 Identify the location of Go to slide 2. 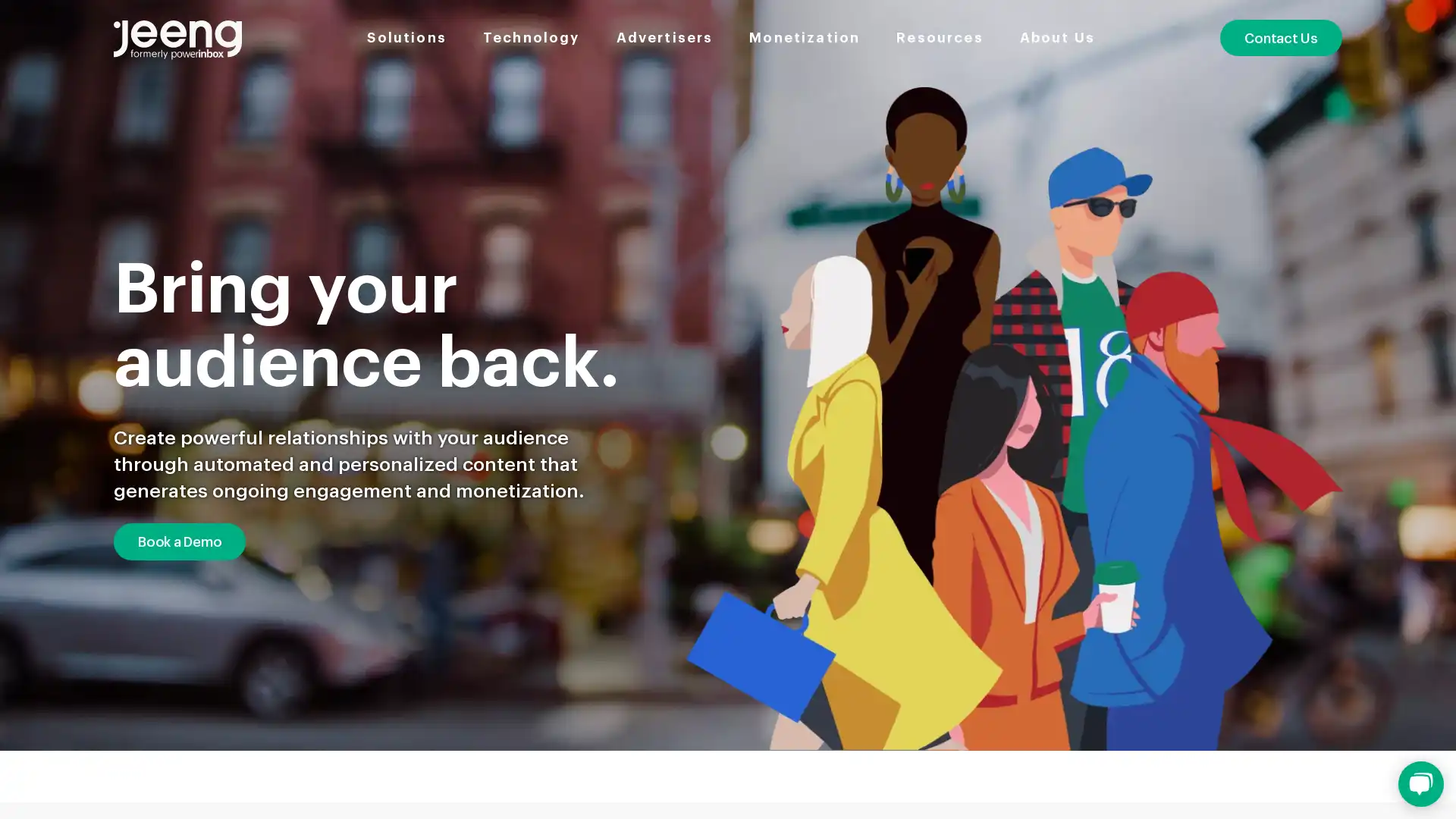
(705, 769).